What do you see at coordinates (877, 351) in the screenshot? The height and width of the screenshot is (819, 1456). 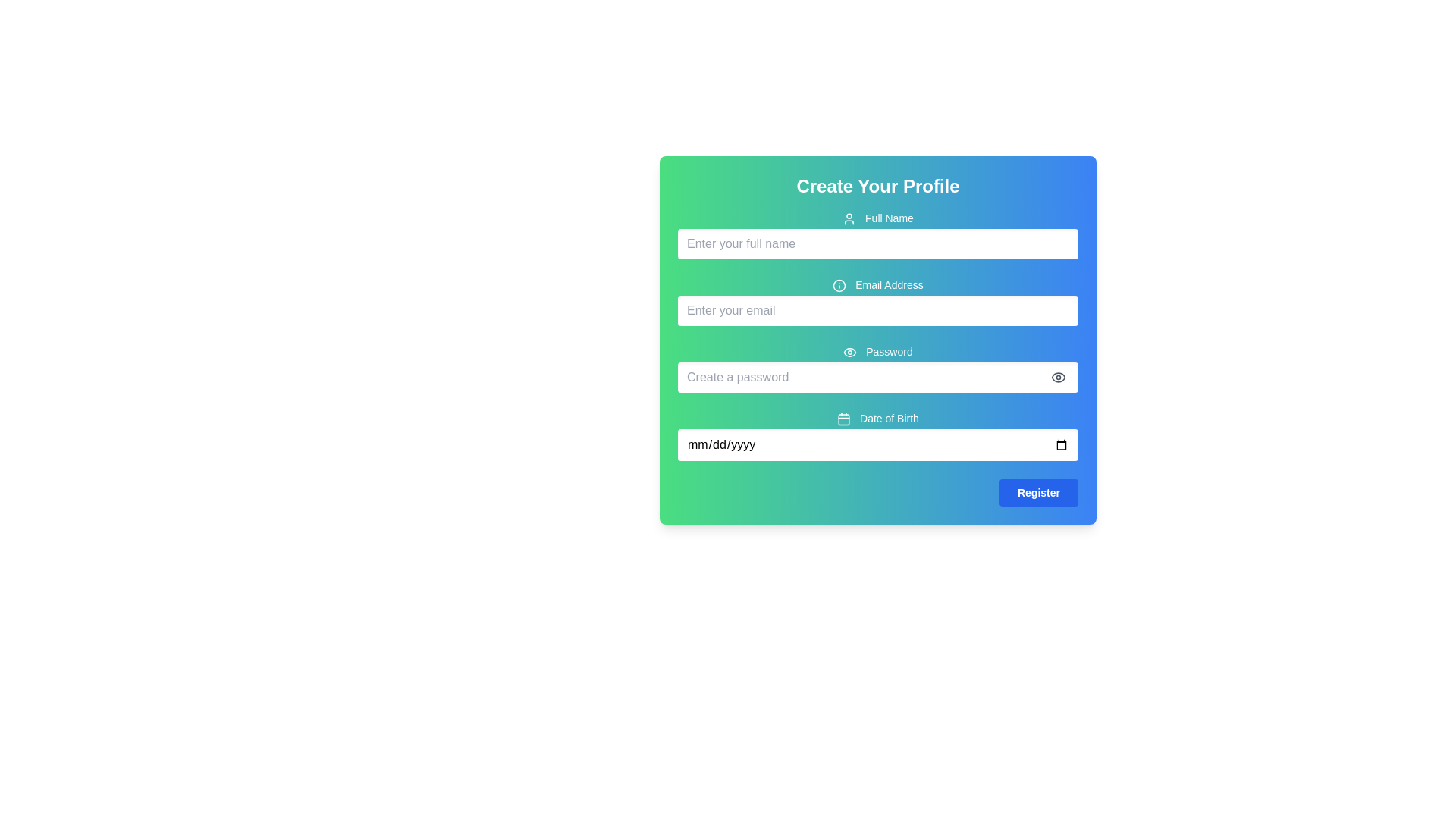 I see `the 'Password' label, which is styled with a white font and positioned above the password input field in the form` at bounding box center [877, 351].